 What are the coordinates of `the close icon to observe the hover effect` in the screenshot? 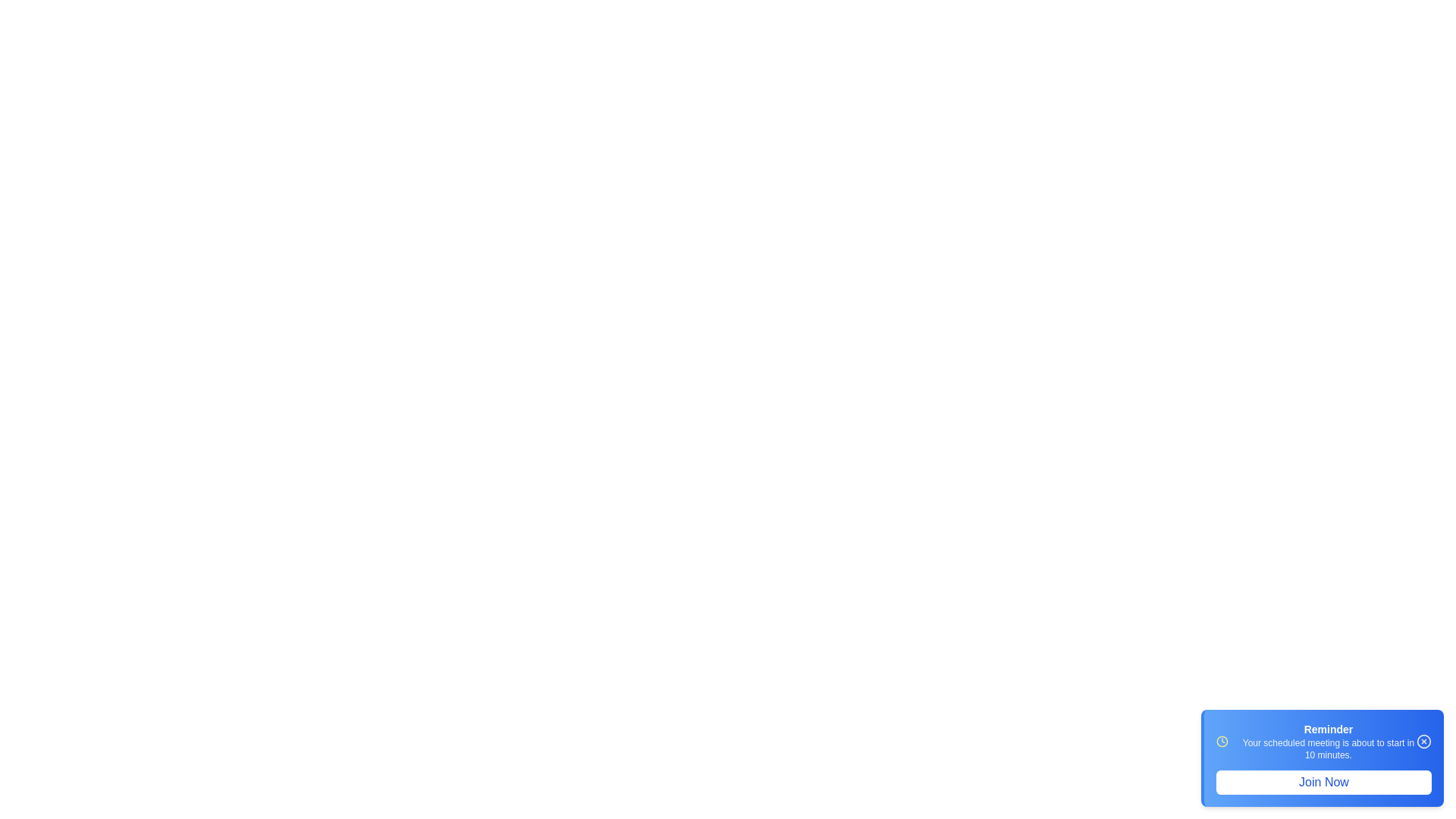 It's located at (1423, 741).